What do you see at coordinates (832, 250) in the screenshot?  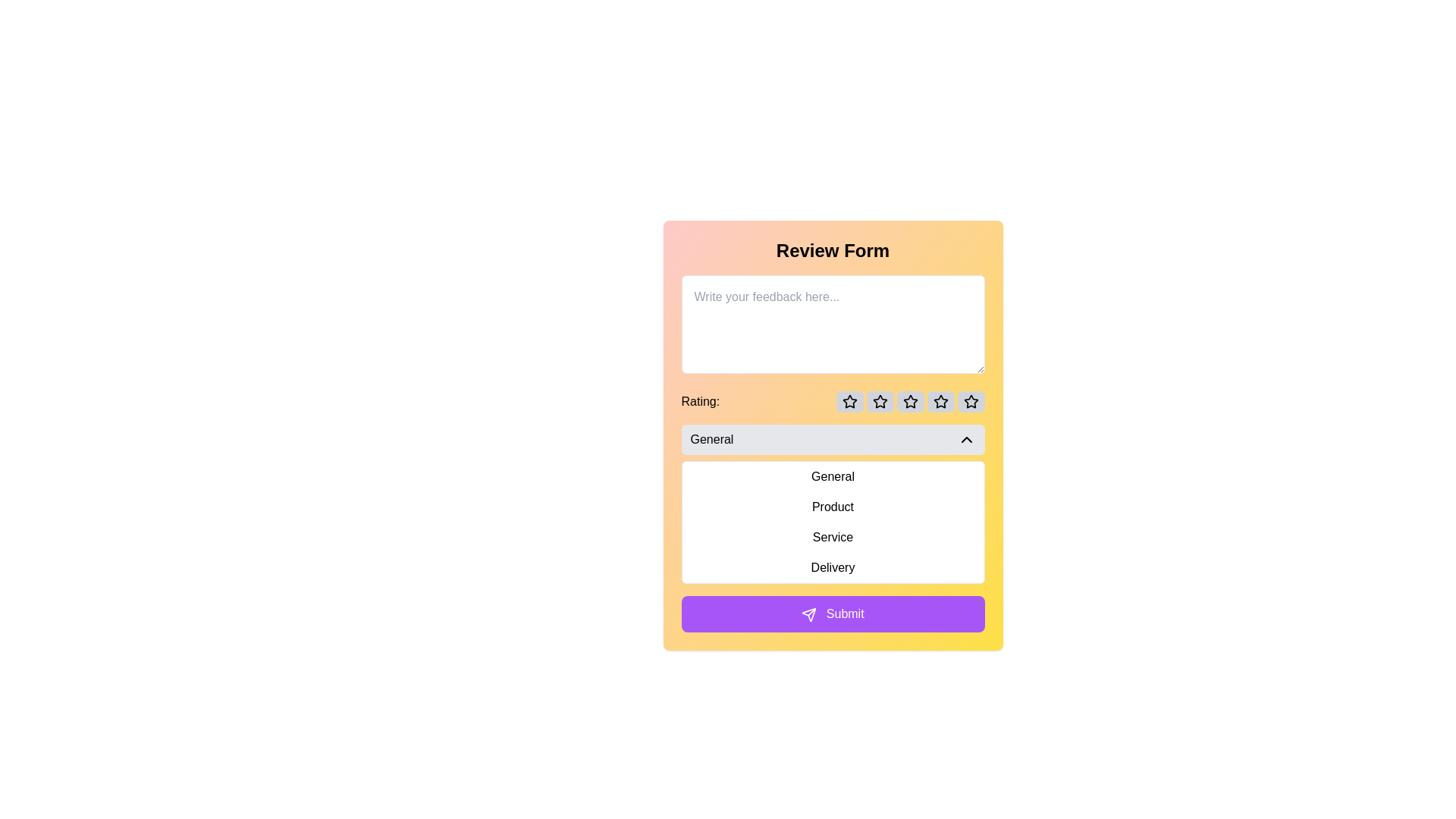 I see `the Text display element at the top of the form, which serves as the header indicating the purpose of the form` at bounding box center [832, 250].